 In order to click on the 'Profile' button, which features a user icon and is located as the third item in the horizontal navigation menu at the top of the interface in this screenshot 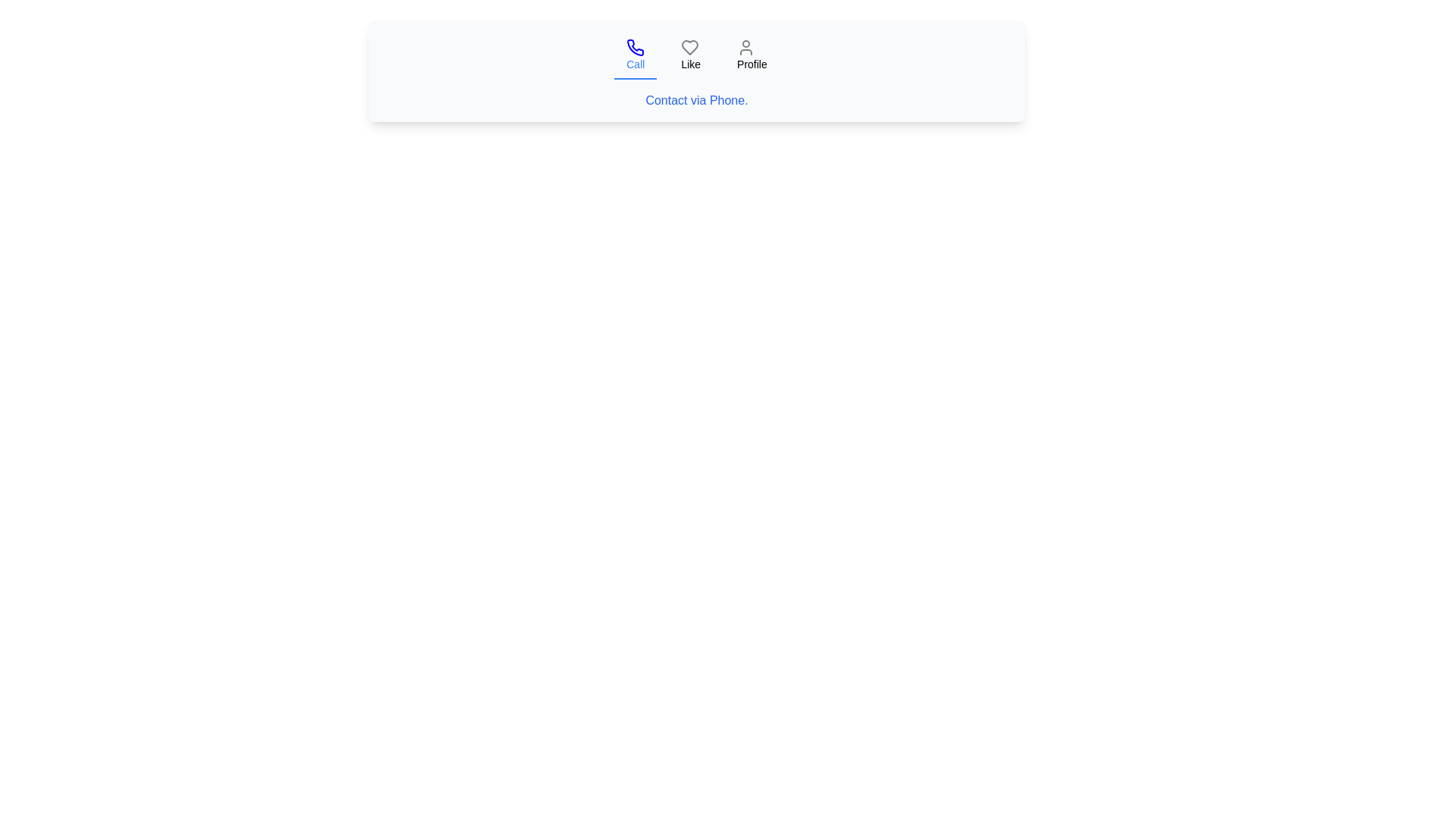, I will do `click(752, 55)`.